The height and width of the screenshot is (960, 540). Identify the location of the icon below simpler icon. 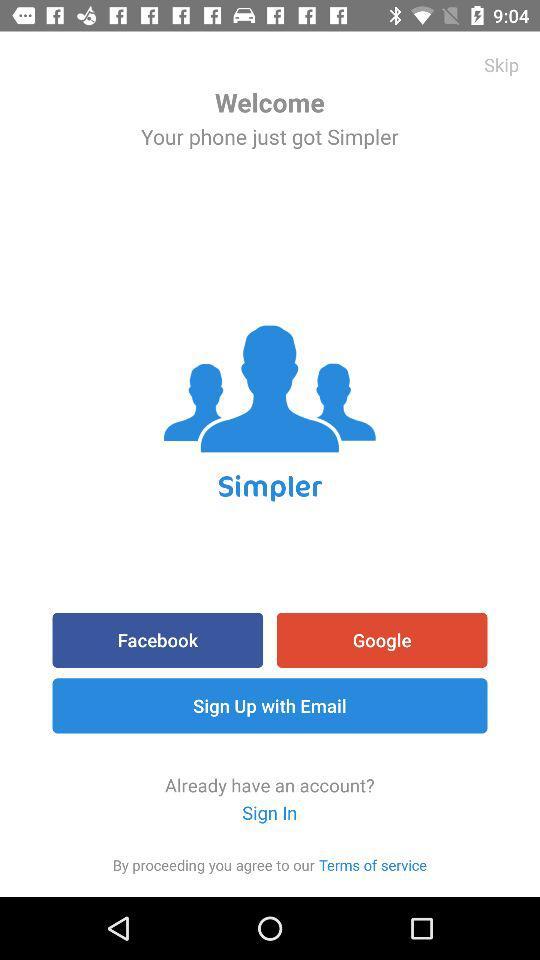
(156, 639).